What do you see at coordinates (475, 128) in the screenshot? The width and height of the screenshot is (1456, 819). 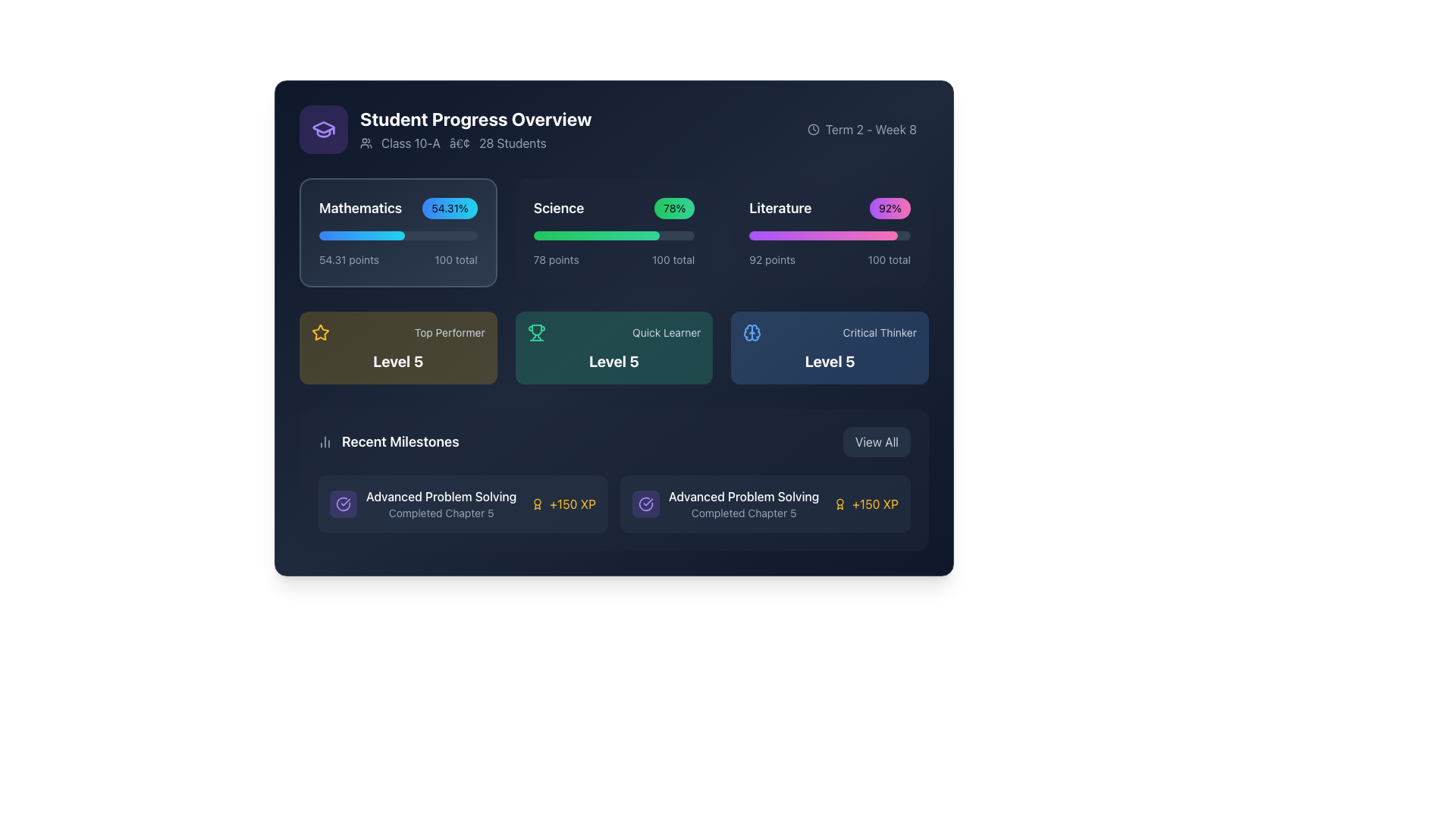 I see `textual information from the header titled 'Student Progress Overview', which includes details about 'Class 10-A' and '28 Students' on a navy blue background` at bounding box center [475, 128].